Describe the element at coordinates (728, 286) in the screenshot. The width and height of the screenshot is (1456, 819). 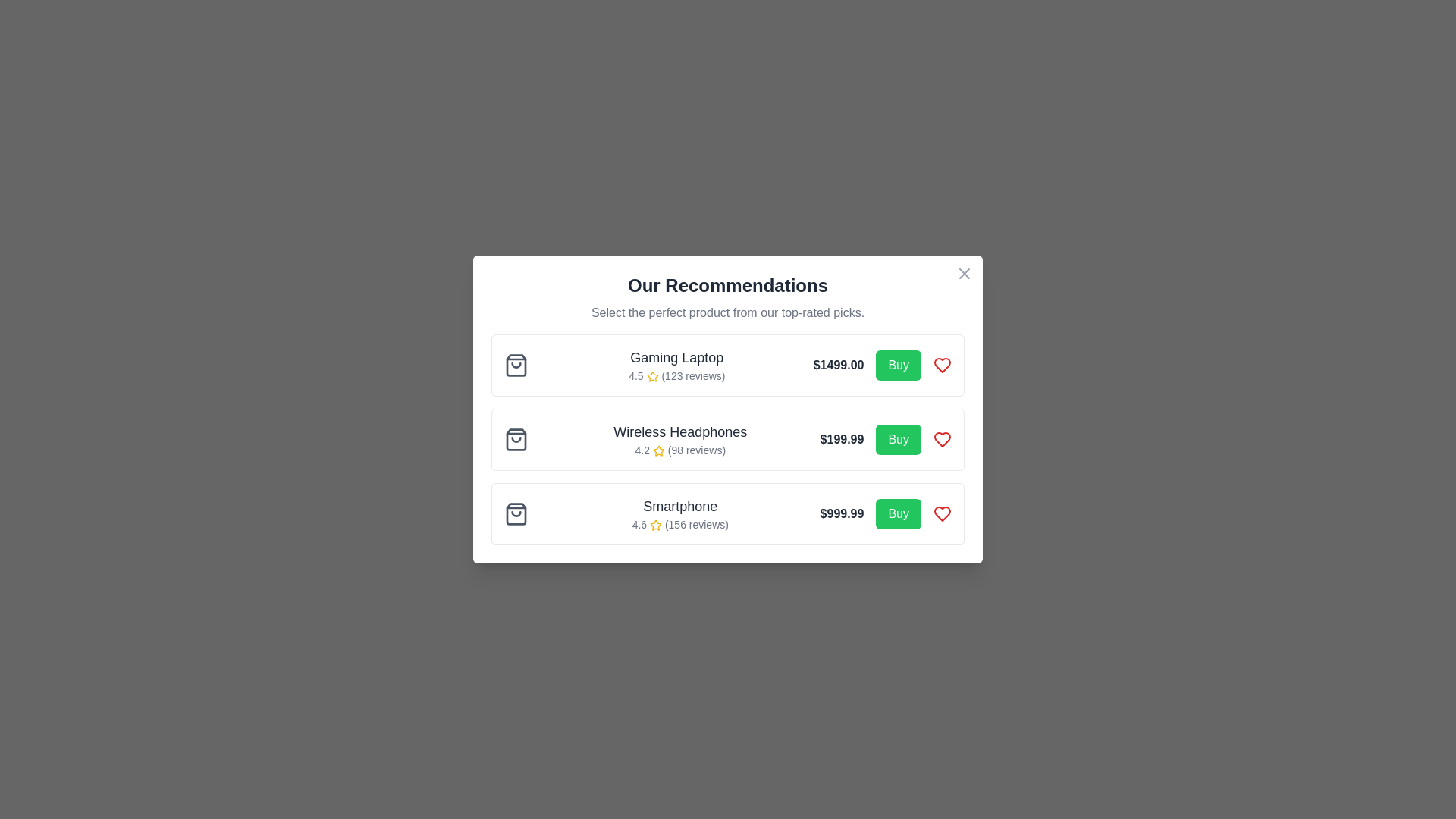
I see `the section heading text label that indicates the context for the recommended products below it` at that location.